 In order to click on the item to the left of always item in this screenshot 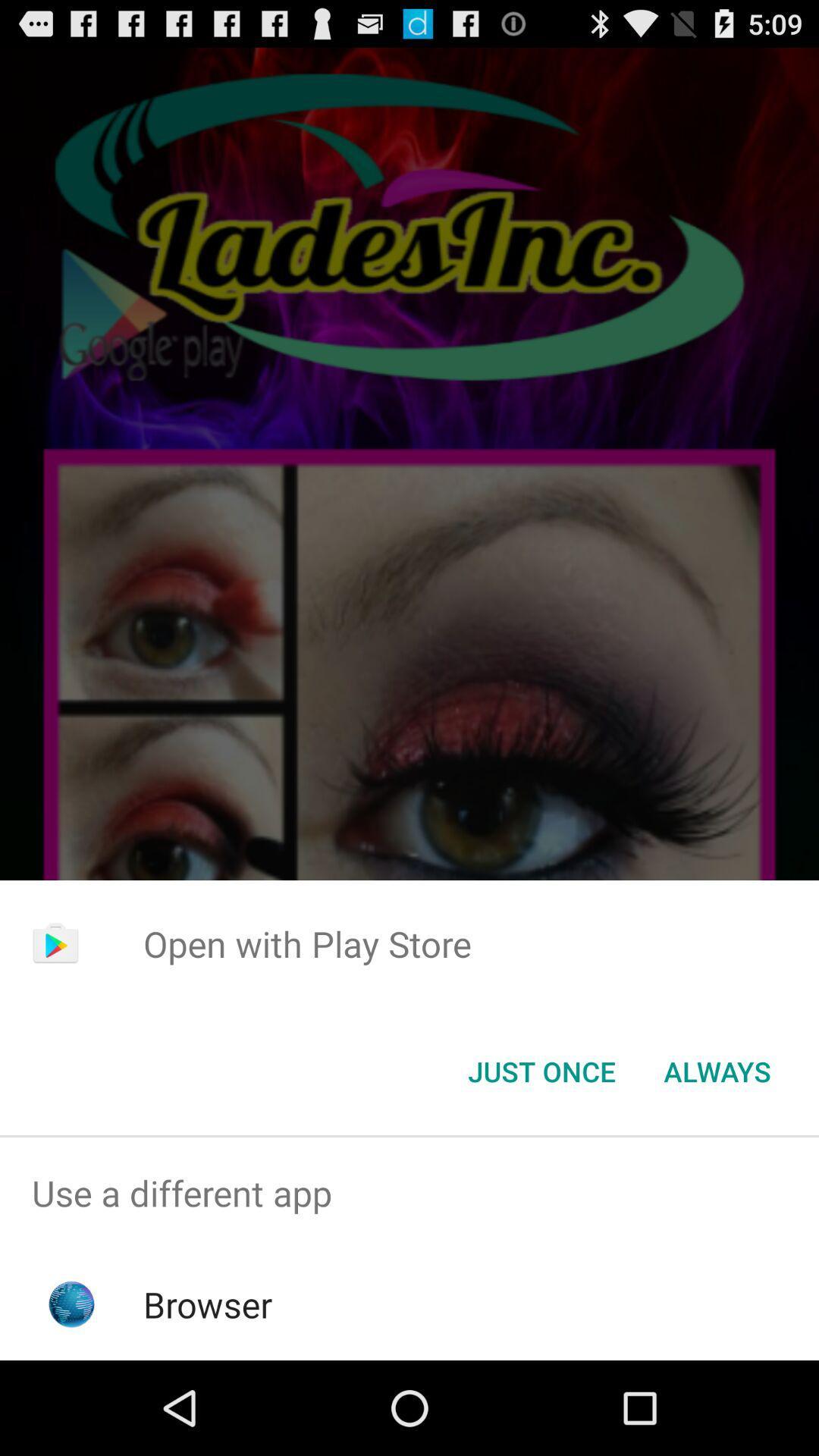, I will do `click(541, 1070)`.